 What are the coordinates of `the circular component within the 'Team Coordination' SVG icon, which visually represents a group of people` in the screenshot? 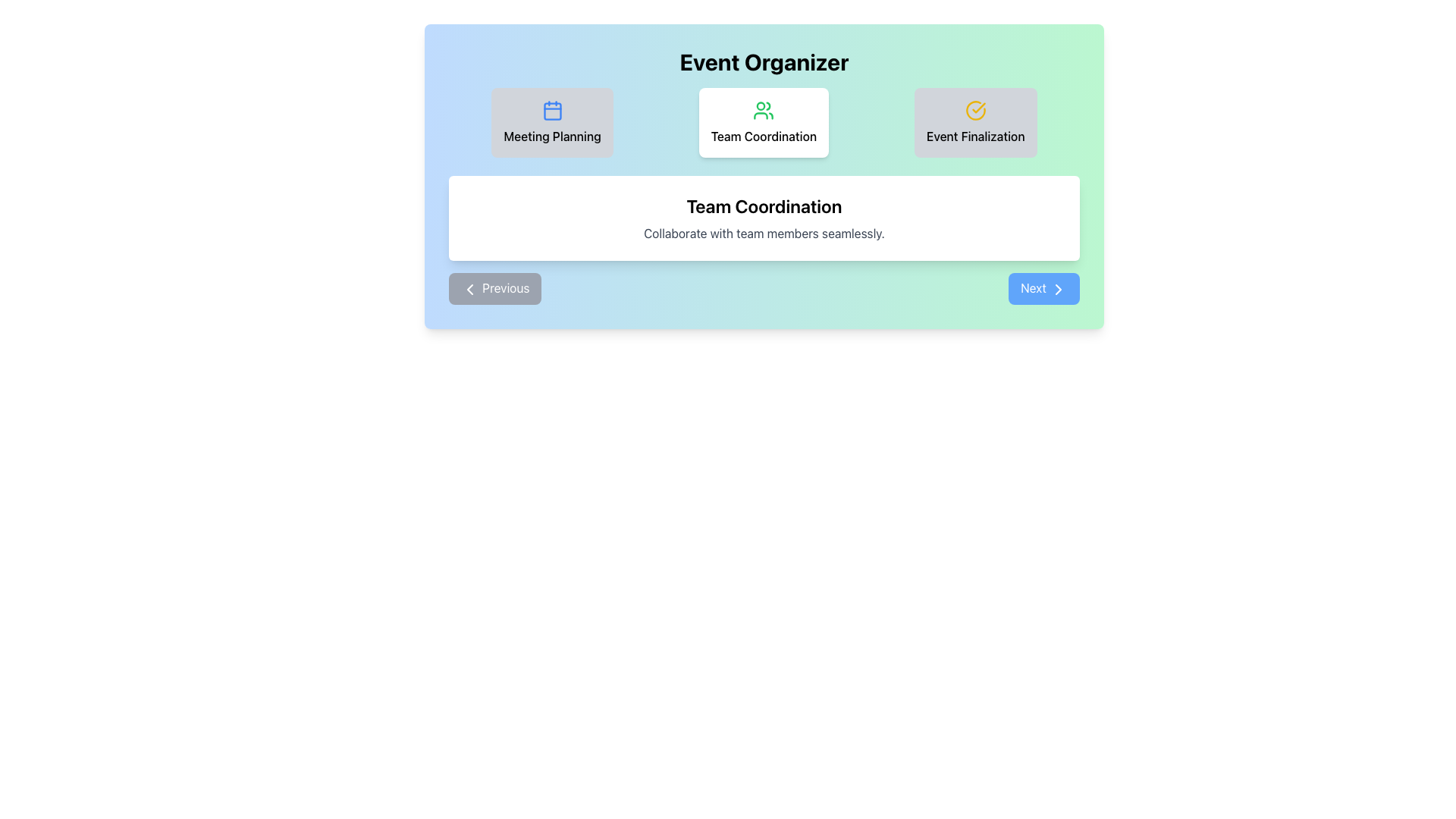 It's located at (761, 105).